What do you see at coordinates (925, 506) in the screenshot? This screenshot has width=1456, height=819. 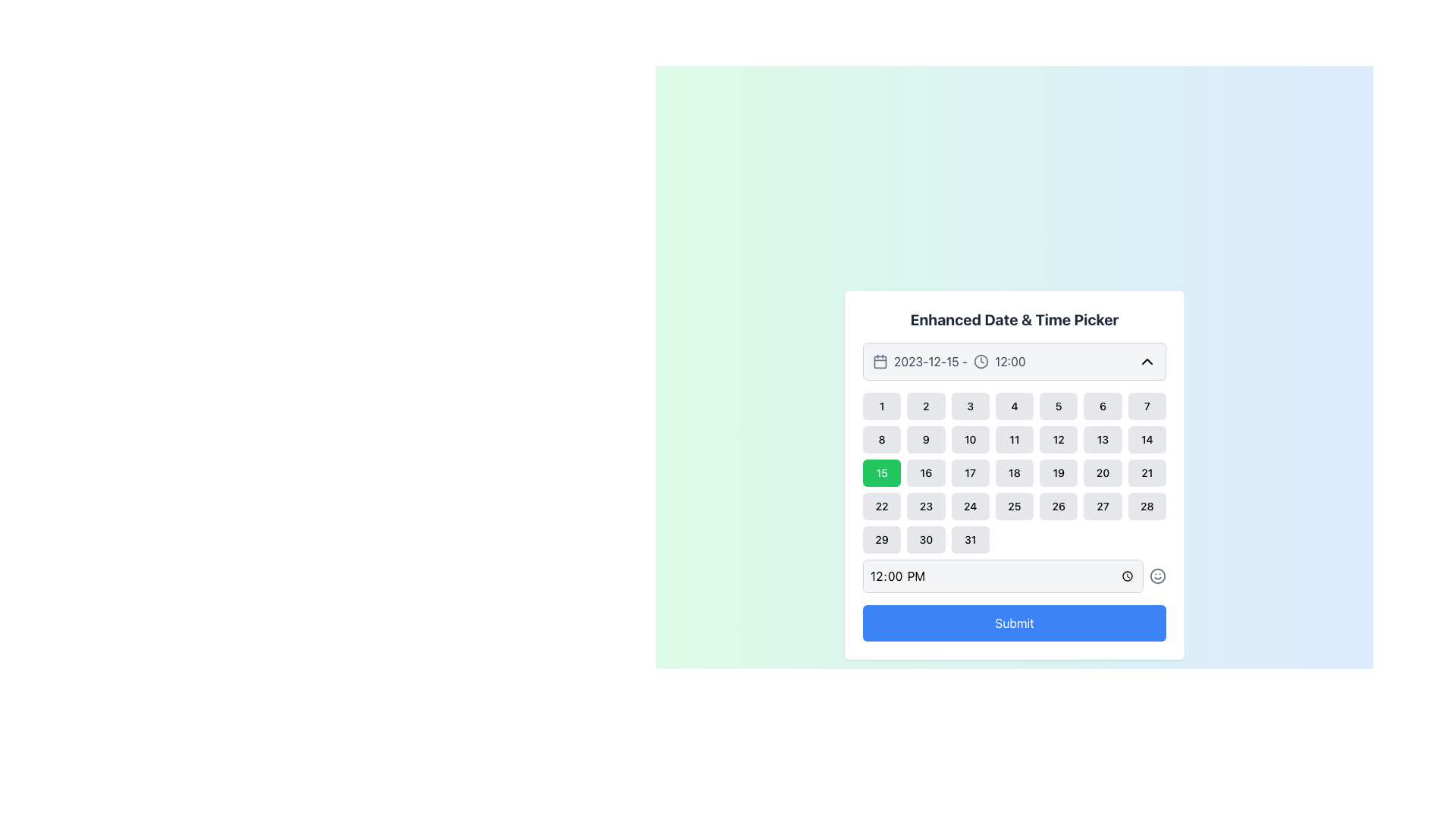 I see `the small rectangular button displaying the number '23' in black text, located in the sixth row and second column of the calendar grid within the date picker component` at bounding box center [925, 506].